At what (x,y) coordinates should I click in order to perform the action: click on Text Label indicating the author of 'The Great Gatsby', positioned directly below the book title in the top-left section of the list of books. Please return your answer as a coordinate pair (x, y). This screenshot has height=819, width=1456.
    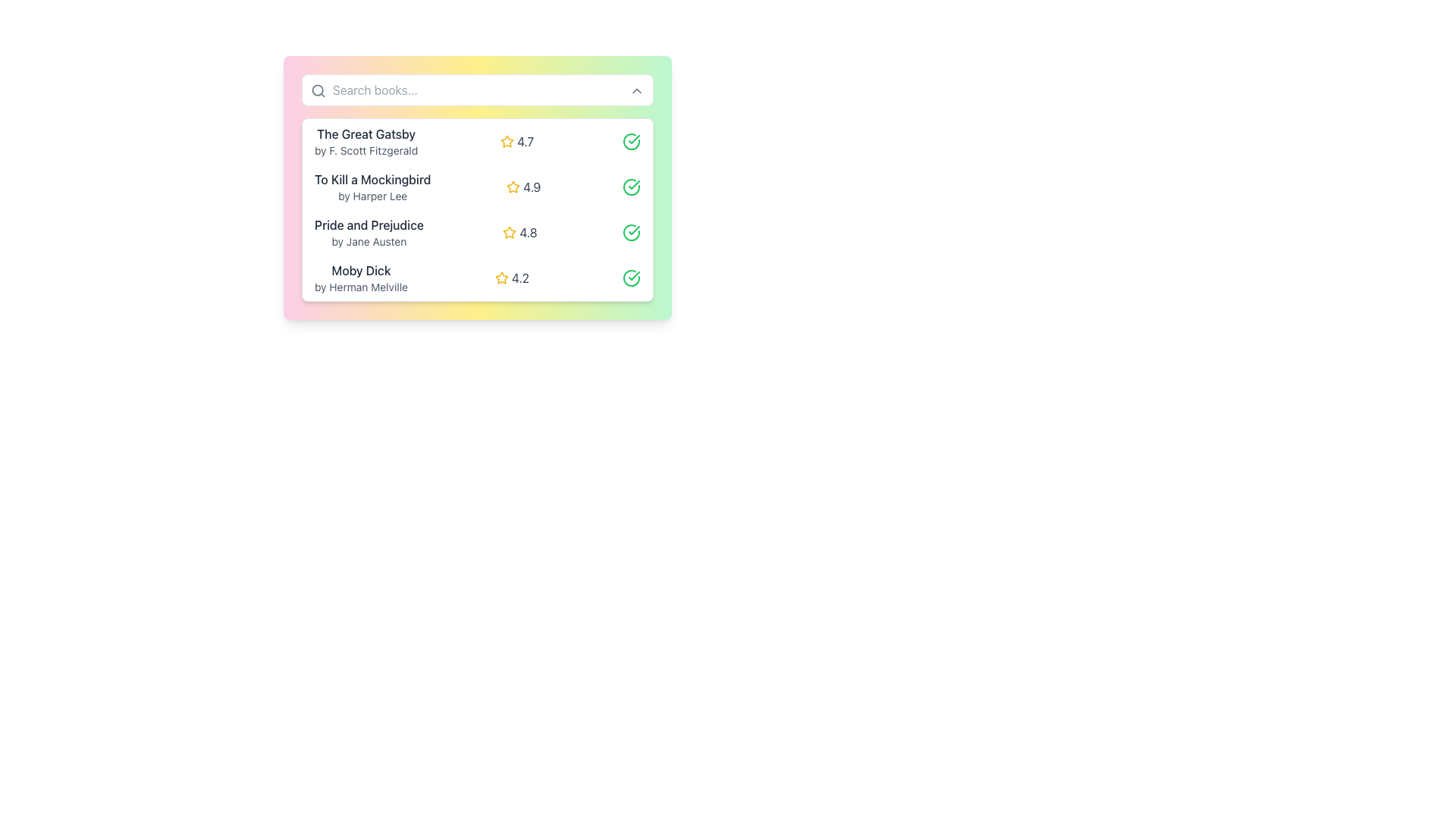
    Looking at the image, I should click on (366, 151).